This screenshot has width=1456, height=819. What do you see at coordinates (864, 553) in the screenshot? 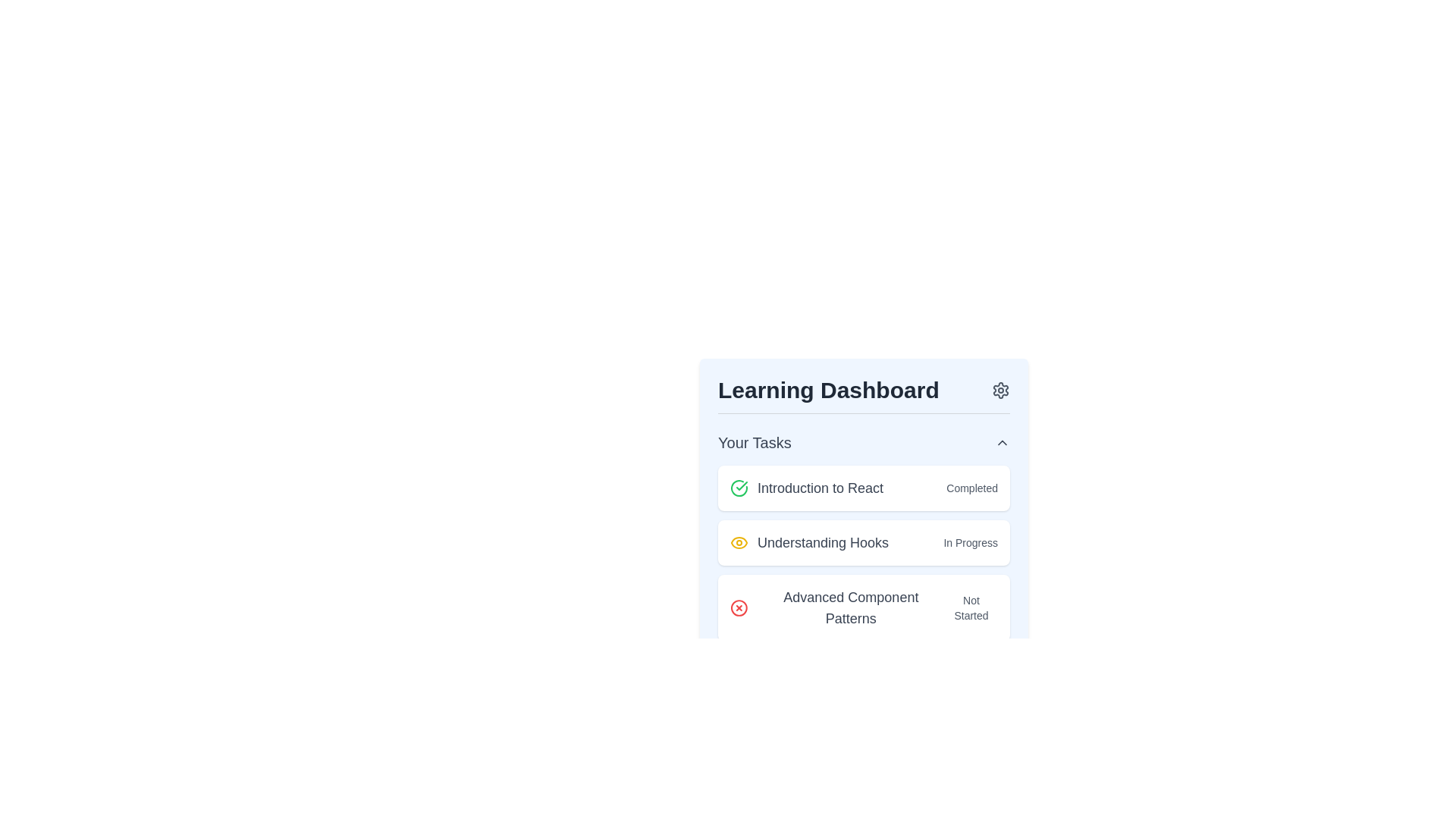
I see `the task entry box titled 'Understanding Hooks' which contains an eye icon and the status 'In Progress'` at bounding box center [864, 553].